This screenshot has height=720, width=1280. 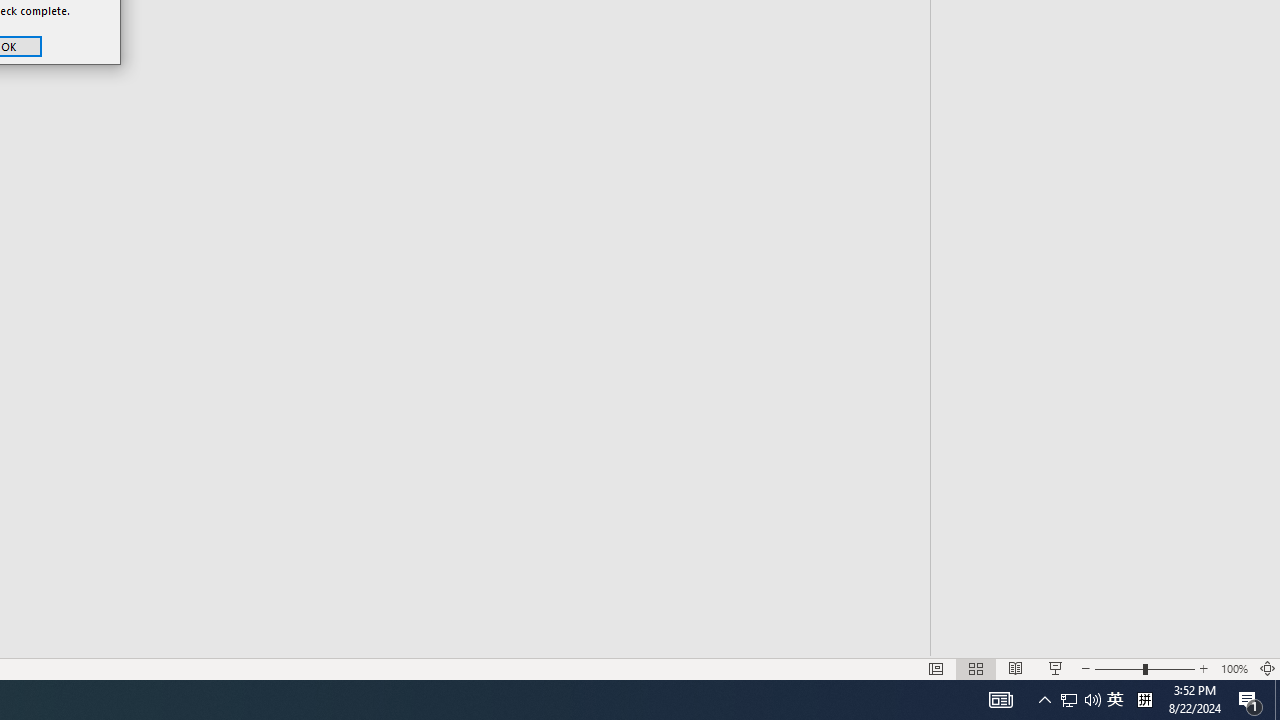 What do you see at coordinates (1248, 640) in the screenshot?
I see `'Zoom 140%'` at bounding box center [1248, 640].